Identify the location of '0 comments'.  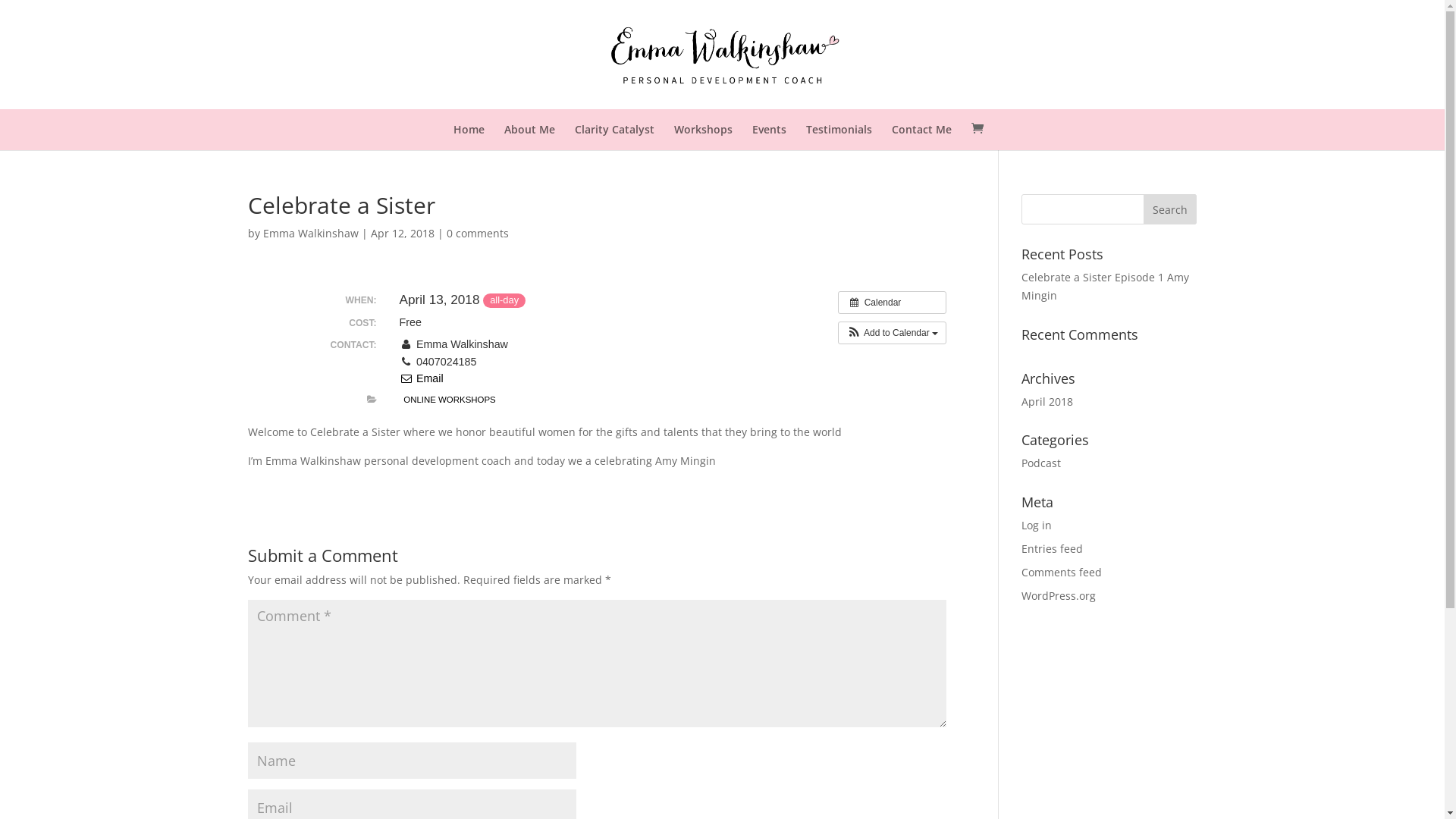
(476, 233).